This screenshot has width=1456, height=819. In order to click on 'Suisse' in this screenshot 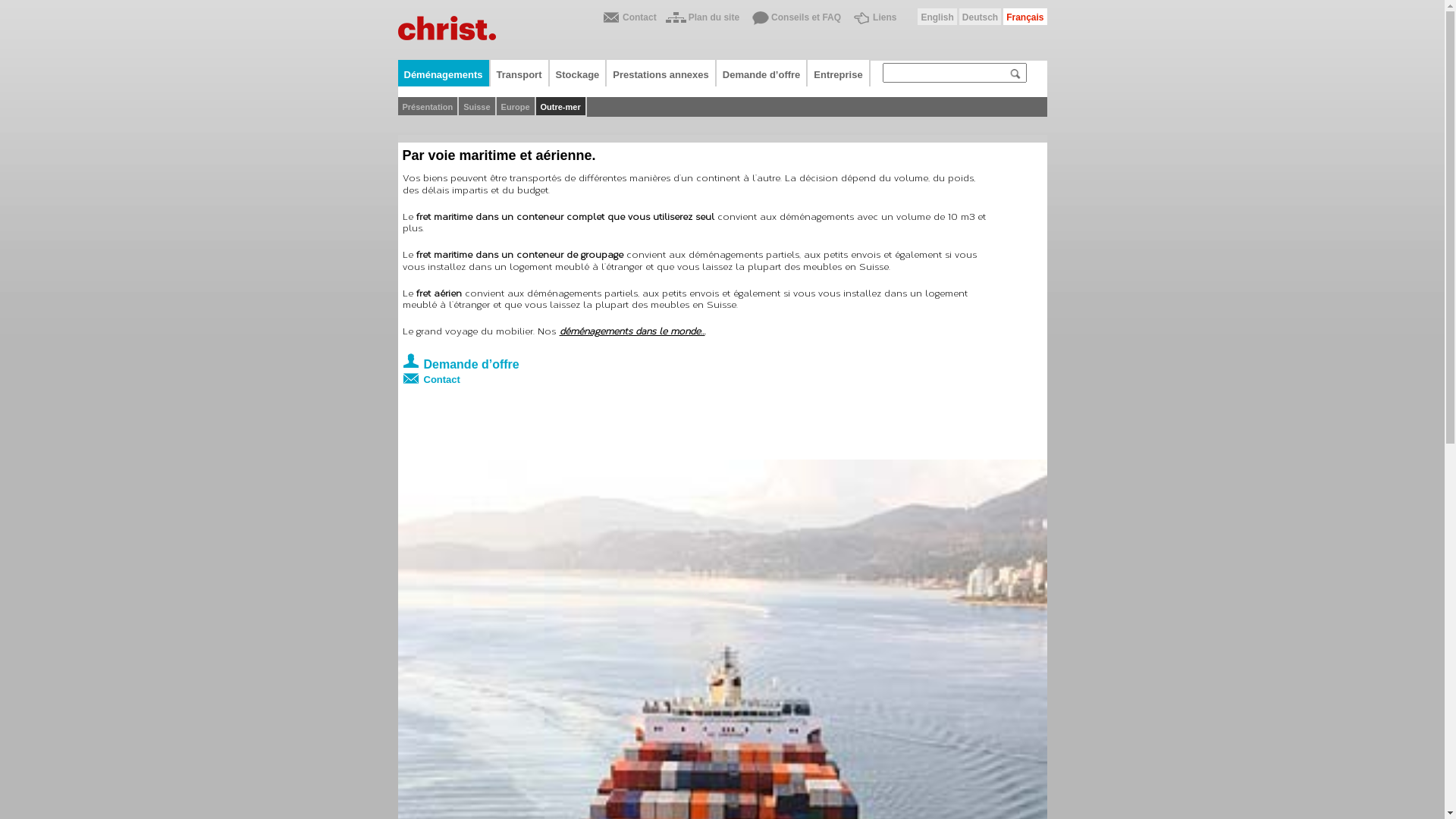, I will do `click(476, 106)`.